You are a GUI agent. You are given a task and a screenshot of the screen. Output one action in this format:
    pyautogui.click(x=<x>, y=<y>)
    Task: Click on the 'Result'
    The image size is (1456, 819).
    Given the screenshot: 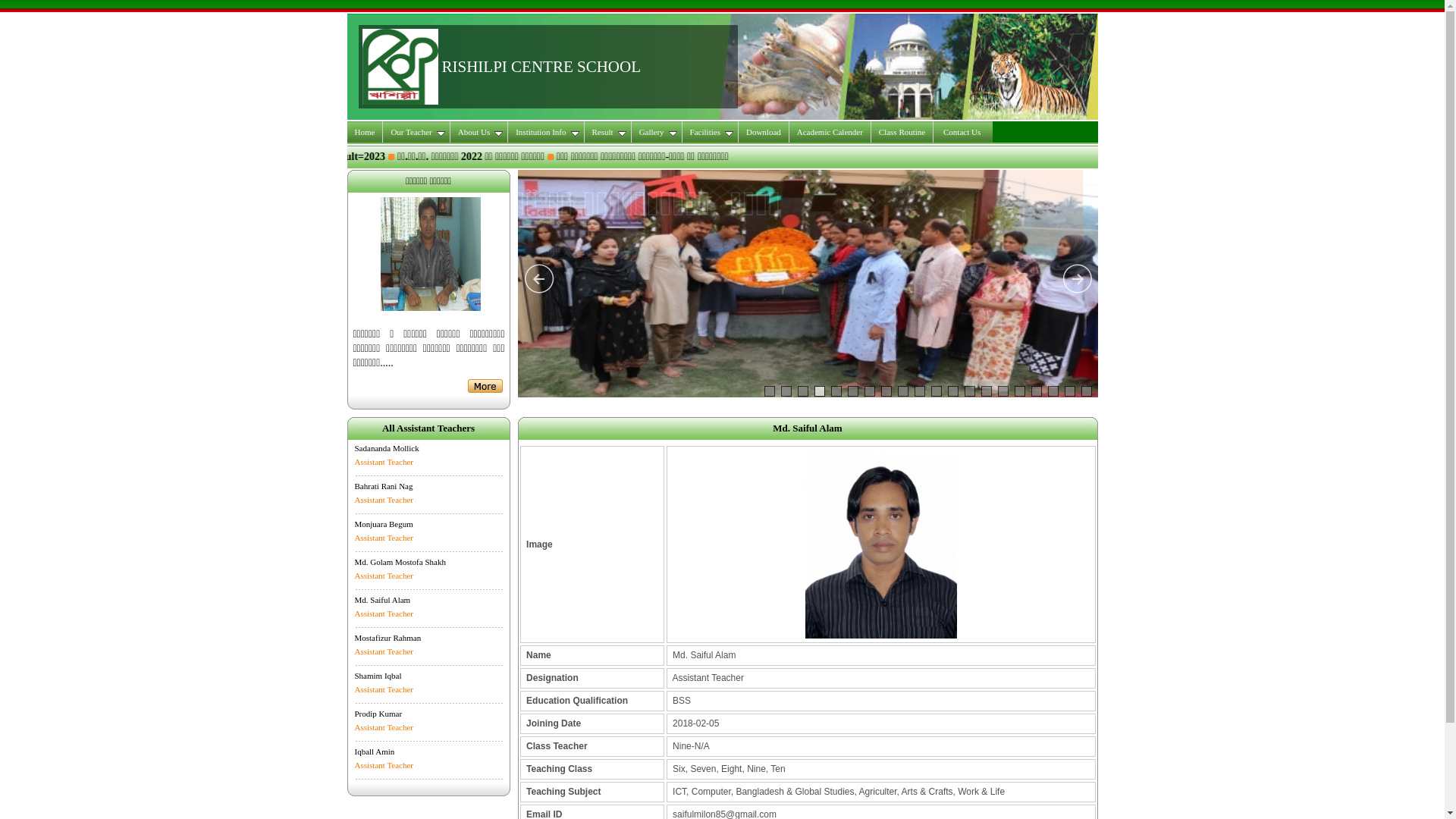 What is the action you would take?
    pyautogui.click(x=607, y=130)
    